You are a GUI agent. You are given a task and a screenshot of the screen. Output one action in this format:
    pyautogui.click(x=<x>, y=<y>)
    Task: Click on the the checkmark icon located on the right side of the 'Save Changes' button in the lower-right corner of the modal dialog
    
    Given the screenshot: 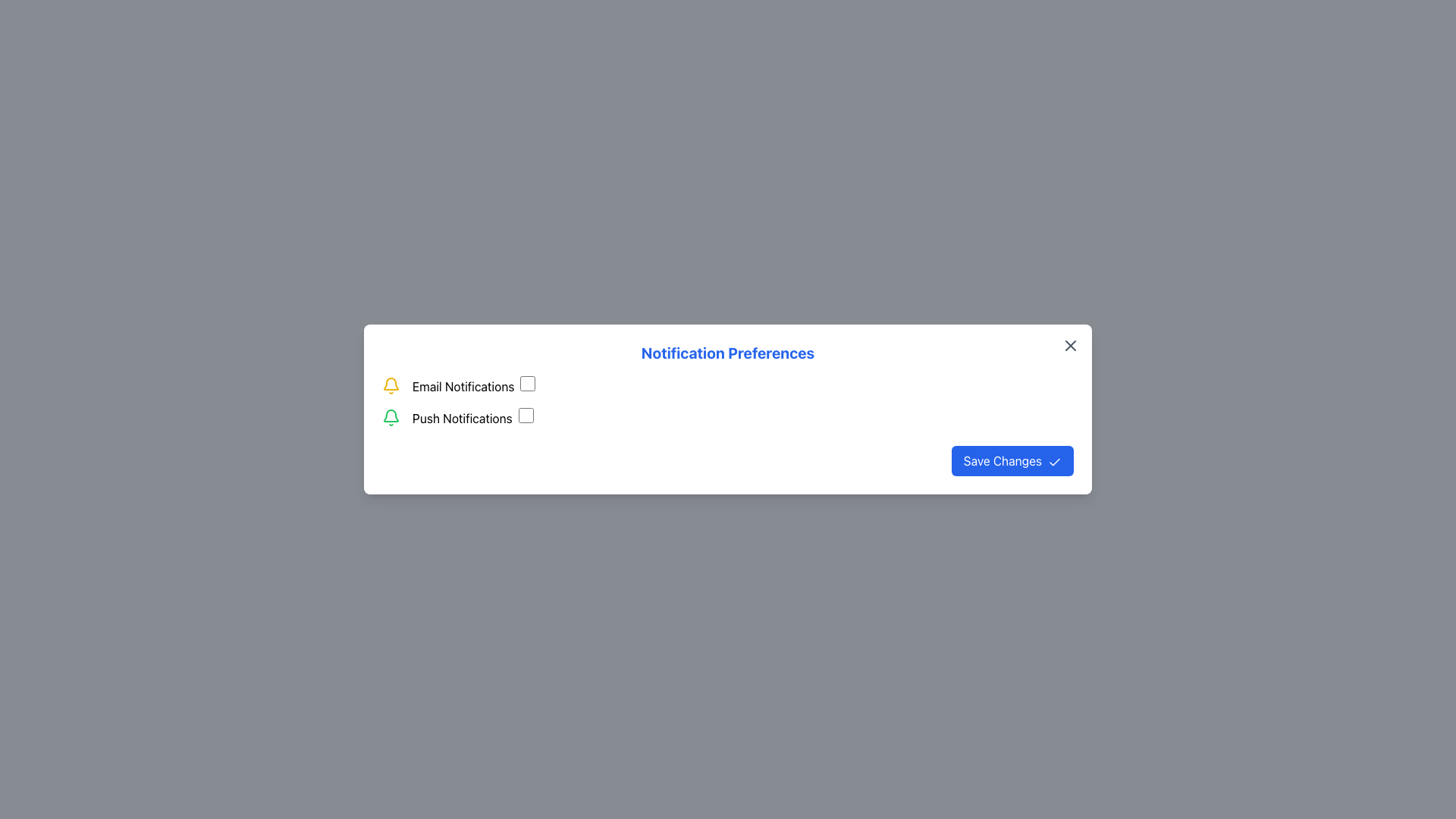 What is the action you would take?
    pyautogui.click(x=1054, y=461)
    